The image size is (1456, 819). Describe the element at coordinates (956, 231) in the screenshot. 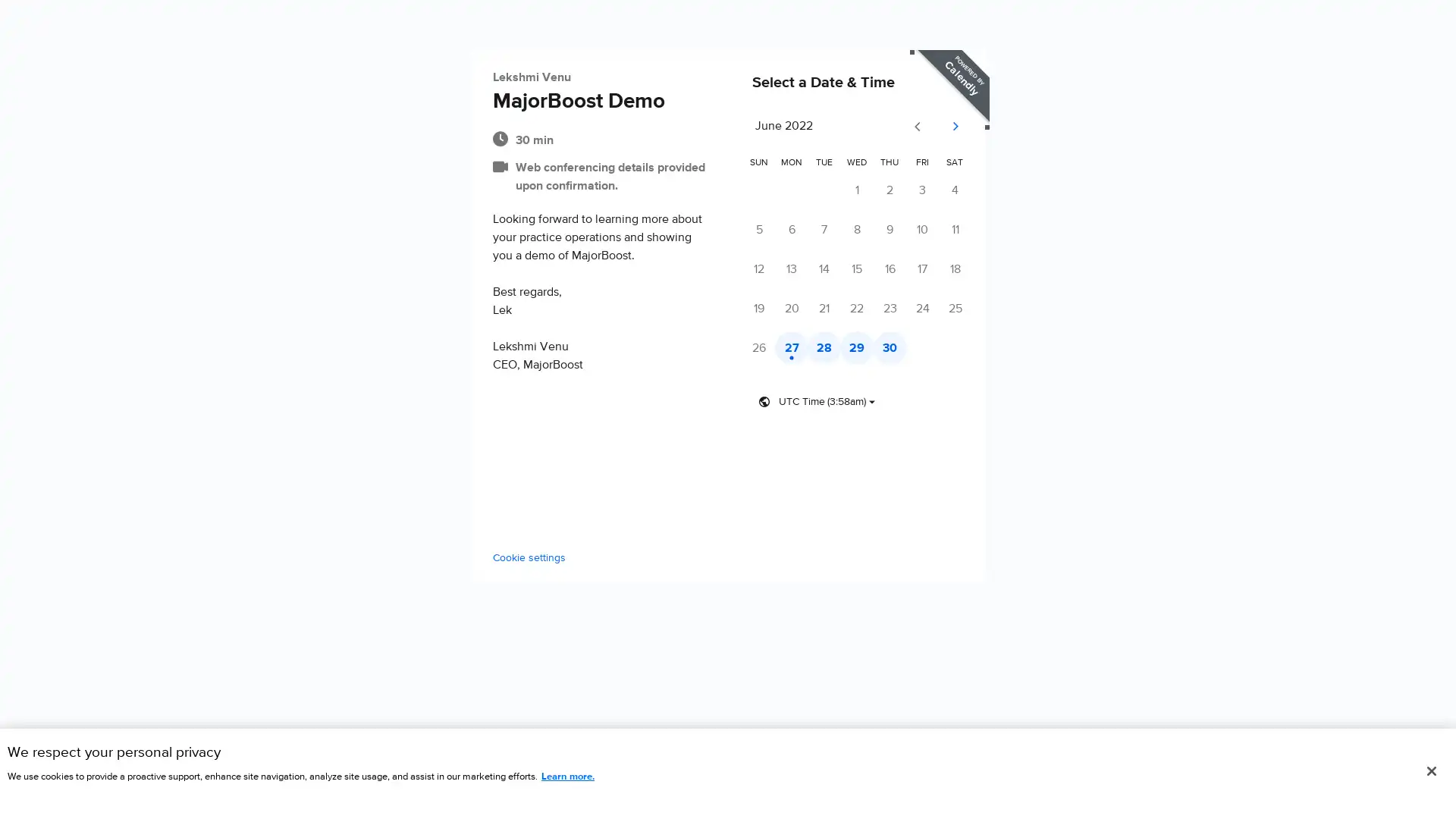

I see `Friday, June 10 - No times available` at that location.